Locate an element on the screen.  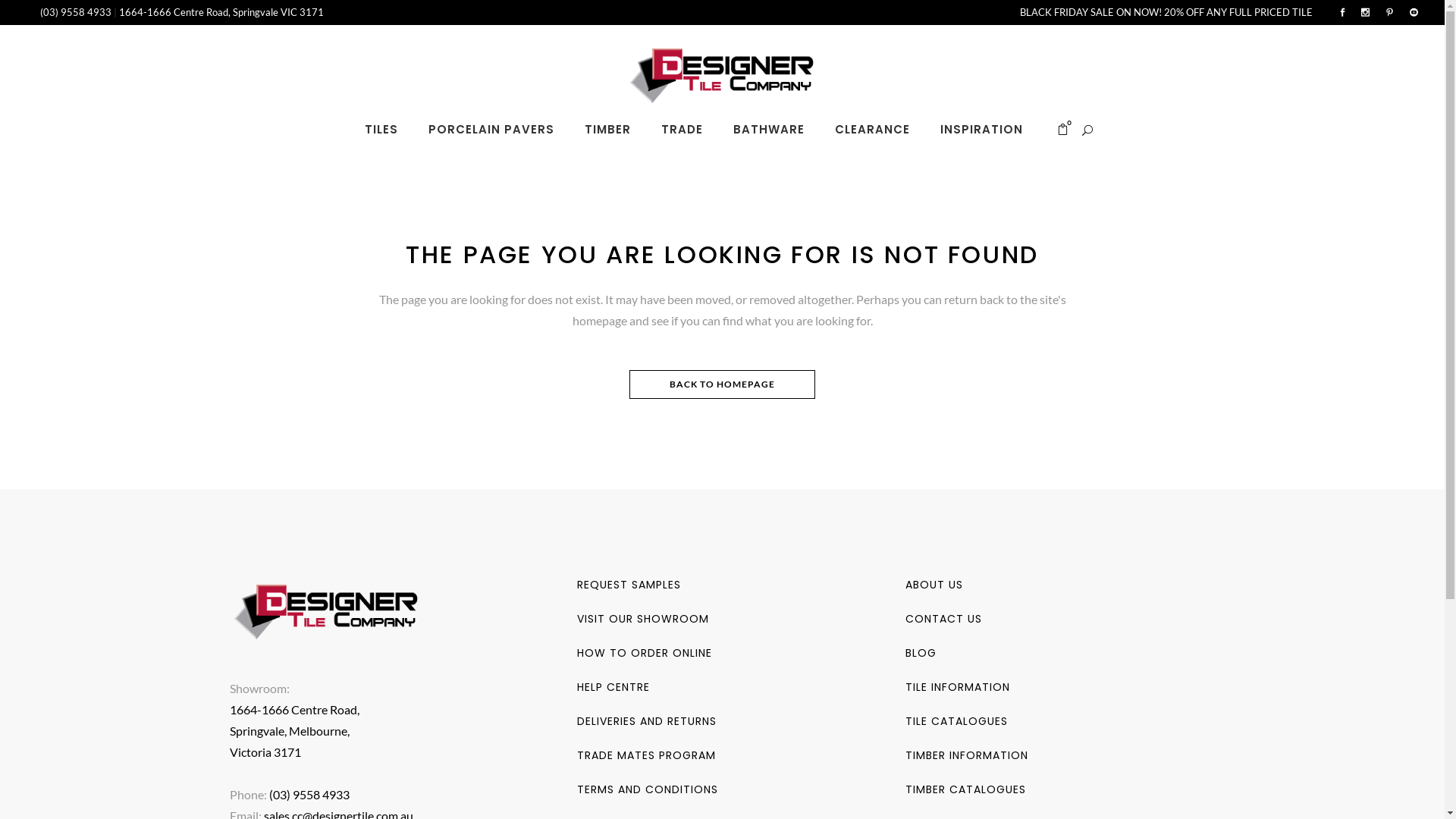
'INSPIRATION' is located at coordinates (924, 128).